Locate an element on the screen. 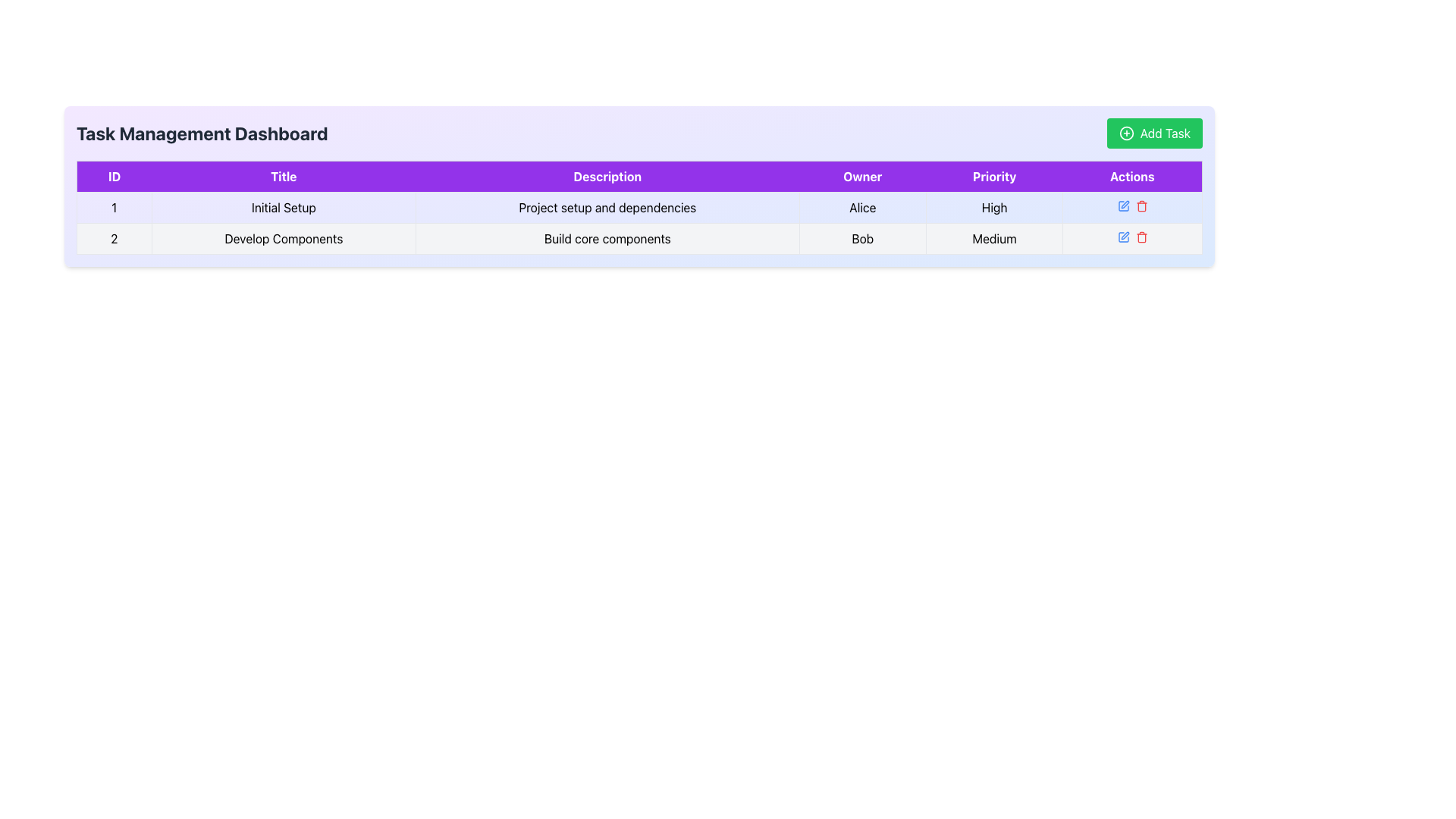 The width and height of the screenshot is (1456, 819). the delete button in the 'Actions' column of the first task row is located at coordinates (1141, 206).